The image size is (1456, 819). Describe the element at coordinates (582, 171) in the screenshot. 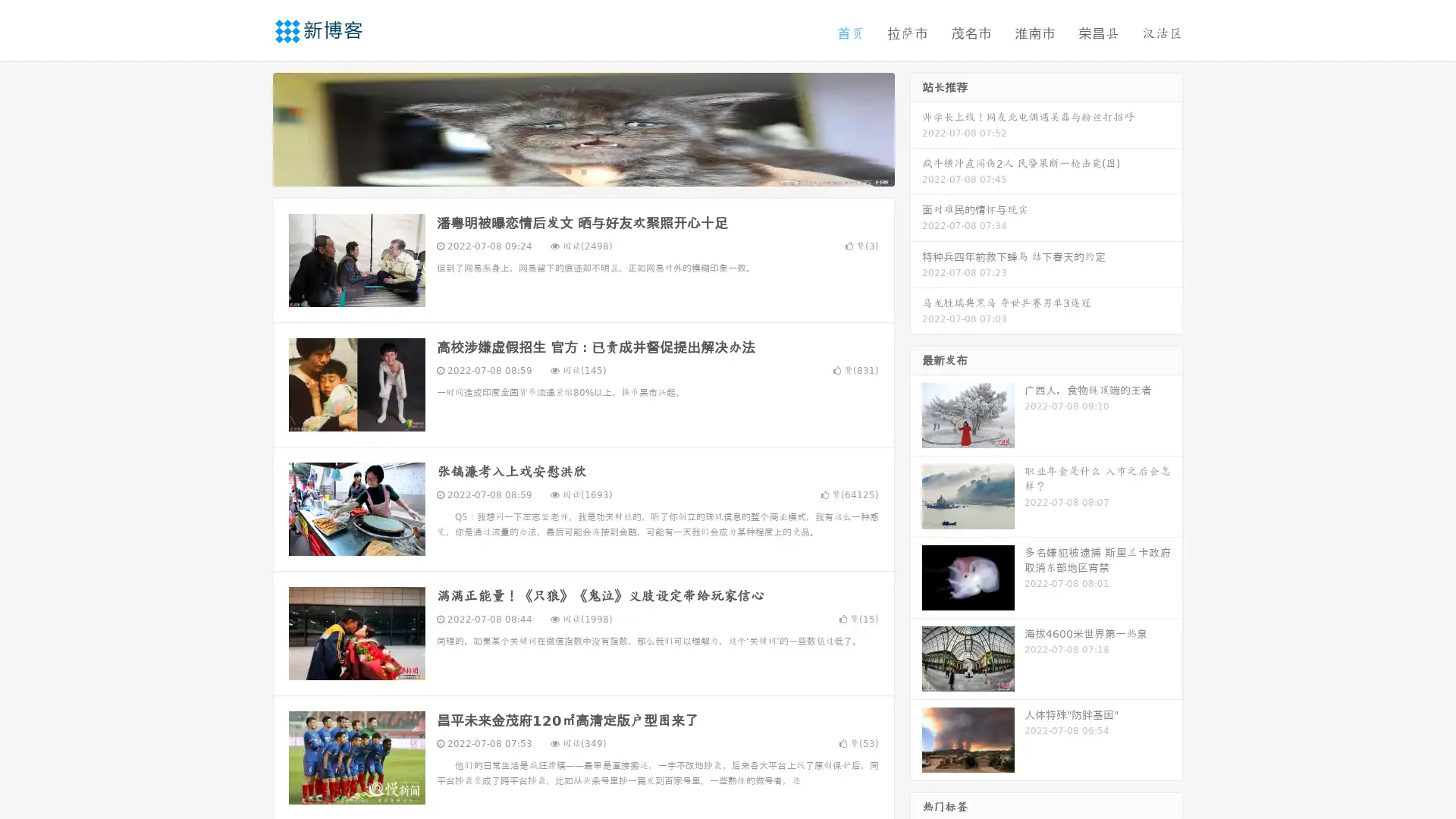

I see `Go to slide 2` at that location.